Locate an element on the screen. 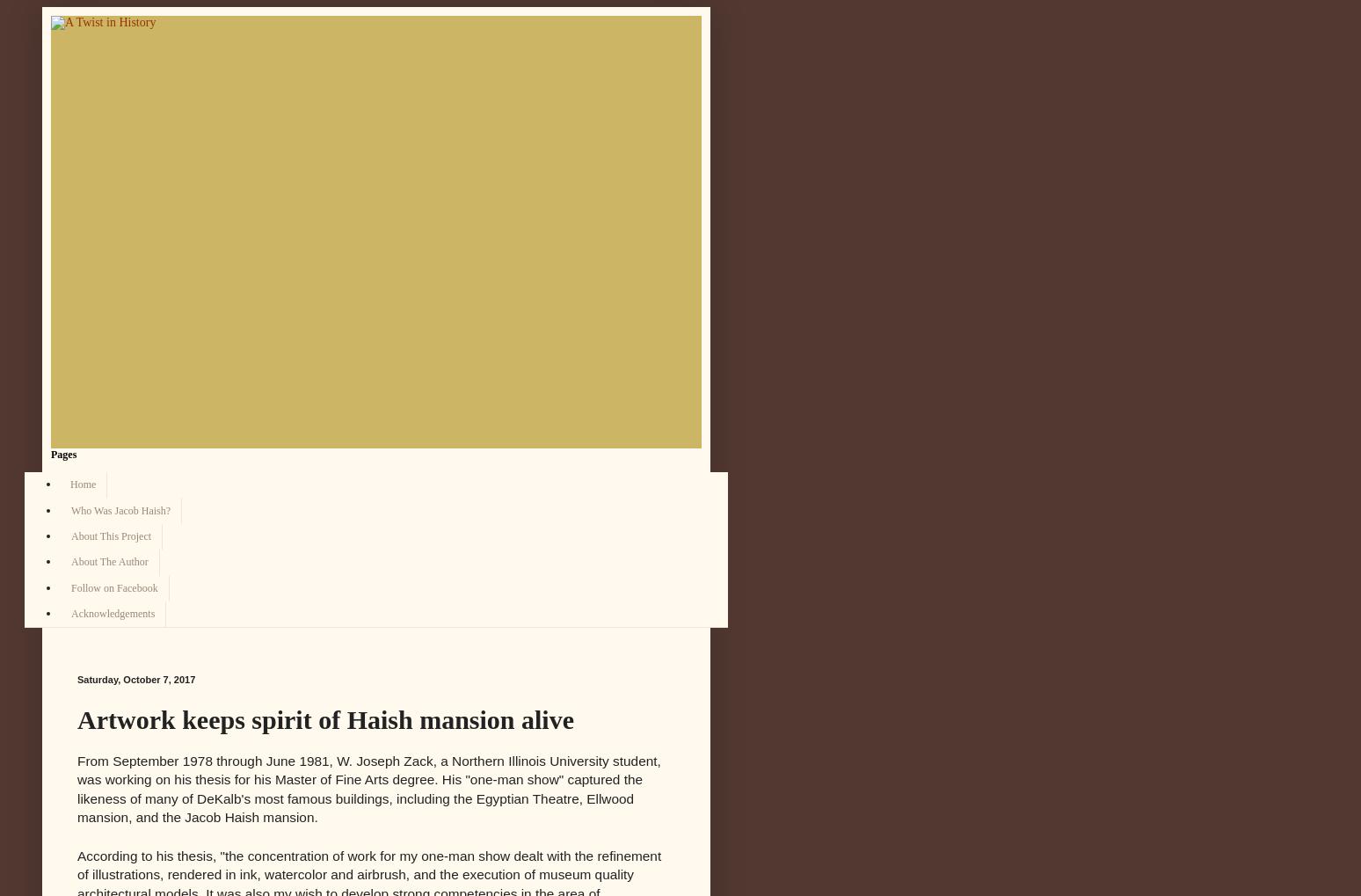  'About This Project' is located at coordinates (69, 535).